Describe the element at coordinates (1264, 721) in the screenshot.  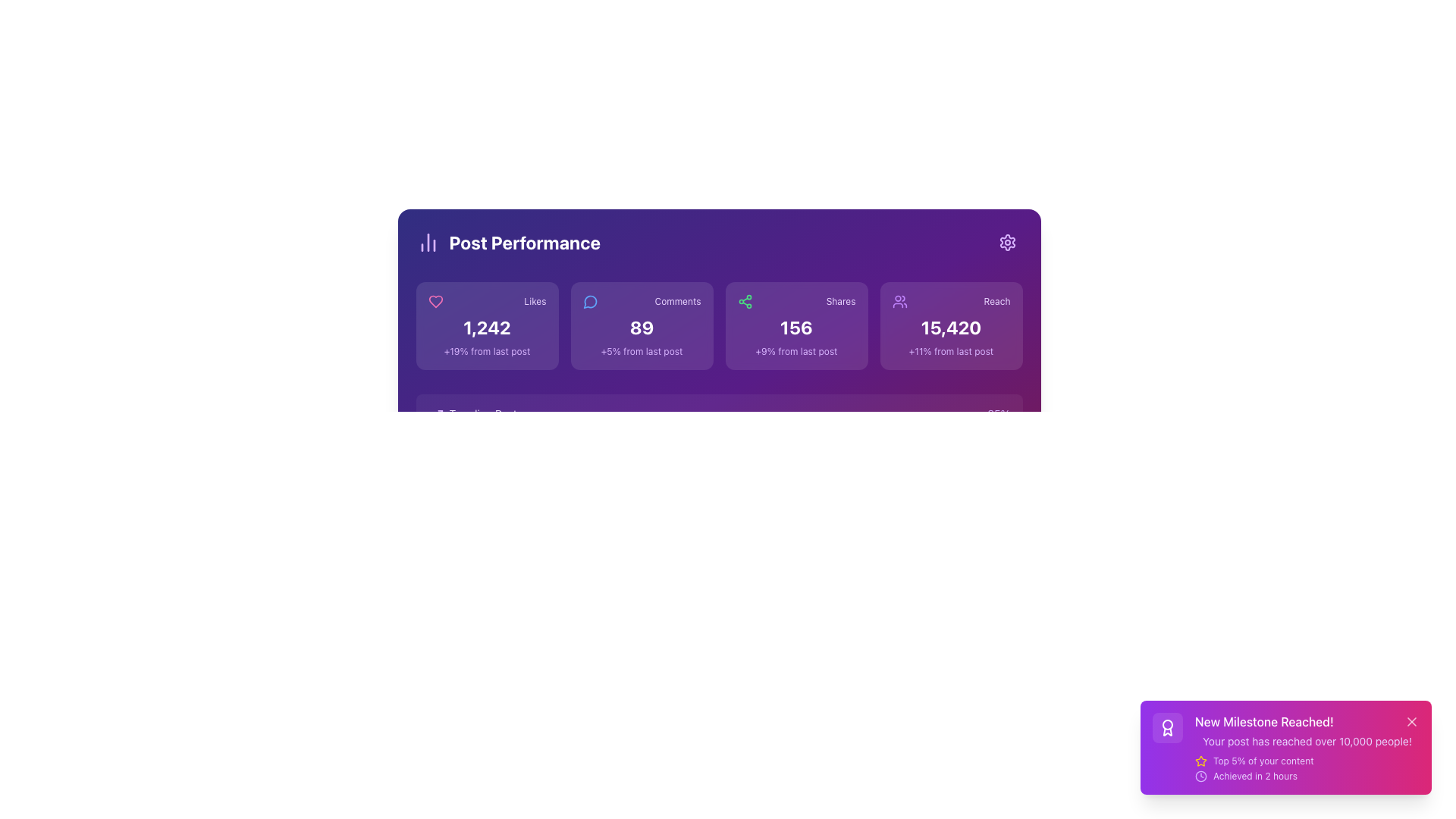
I see `the primary text label within the notification card located at the bottom-right corner of the interface, which informs the user of a notable accomplishment or progress` at that location.